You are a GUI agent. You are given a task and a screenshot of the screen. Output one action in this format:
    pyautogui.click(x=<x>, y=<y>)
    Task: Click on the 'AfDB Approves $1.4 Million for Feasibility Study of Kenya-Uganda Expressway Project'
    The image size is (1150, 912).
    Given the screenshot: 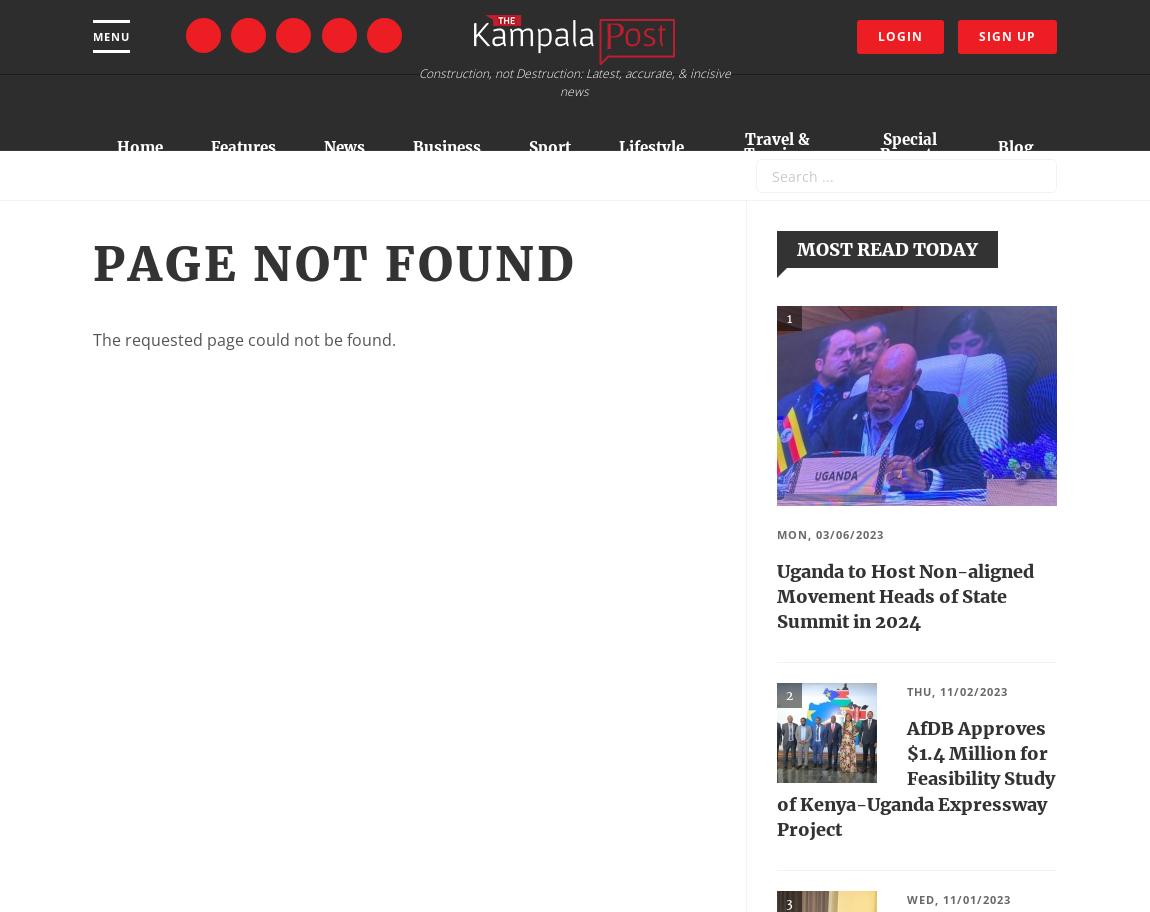 What is the action you would take?
    pyautogui.click(x=915, y=778)
    